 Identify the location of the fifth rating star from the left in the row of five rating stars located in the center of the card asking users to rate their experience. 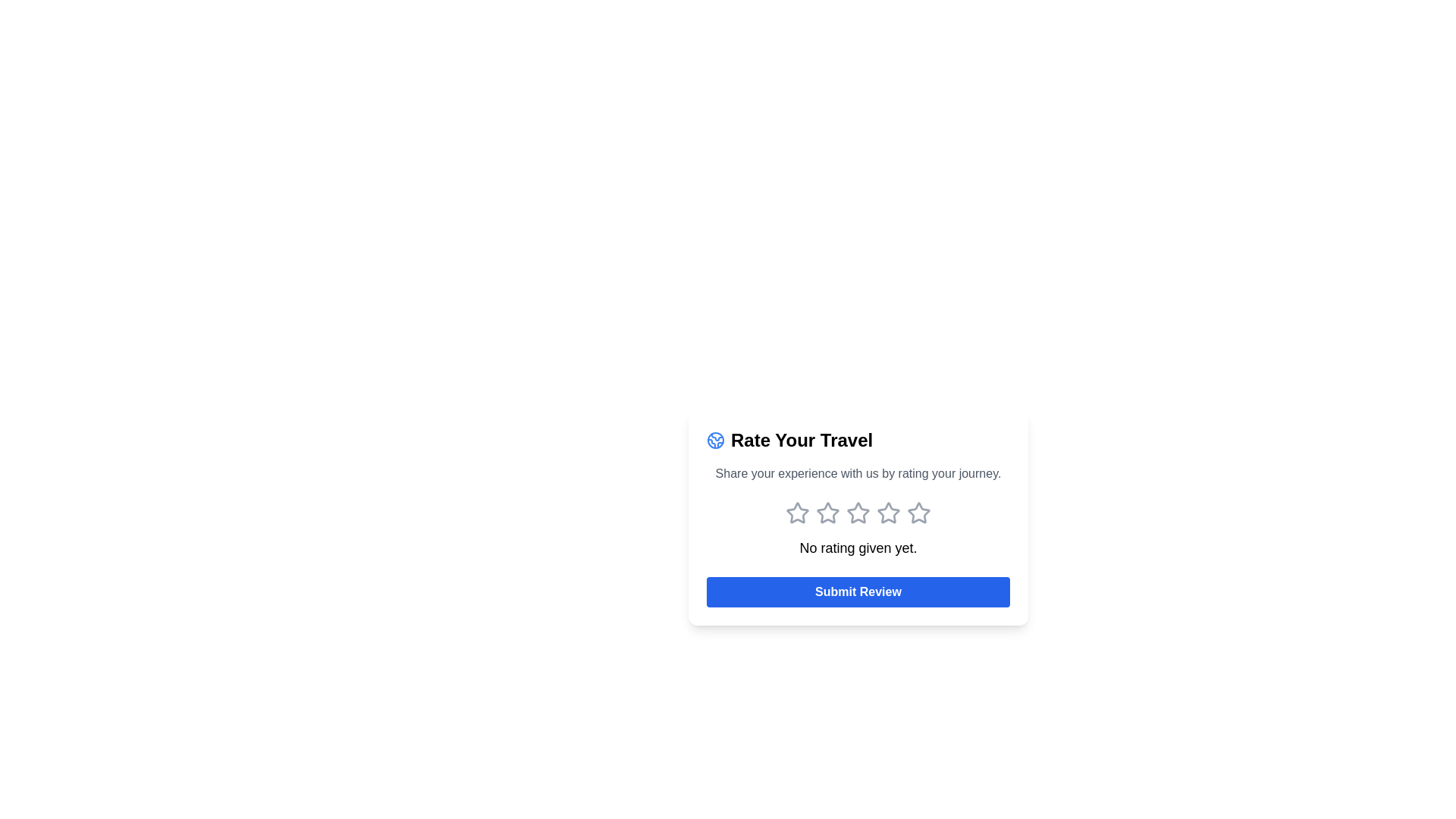
(918, 512).